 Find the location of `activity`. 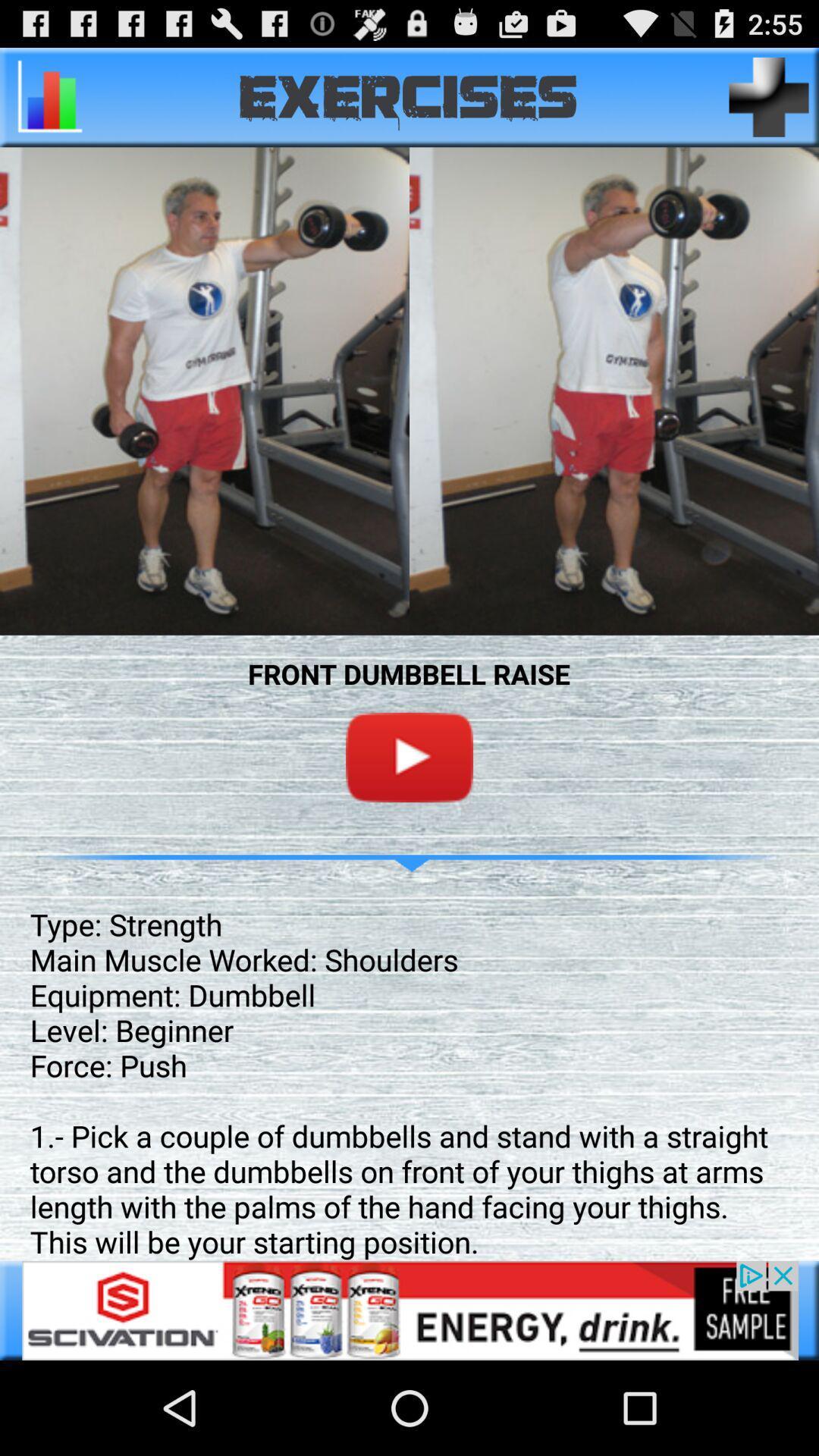

activity is located at coordinates (769, 96).